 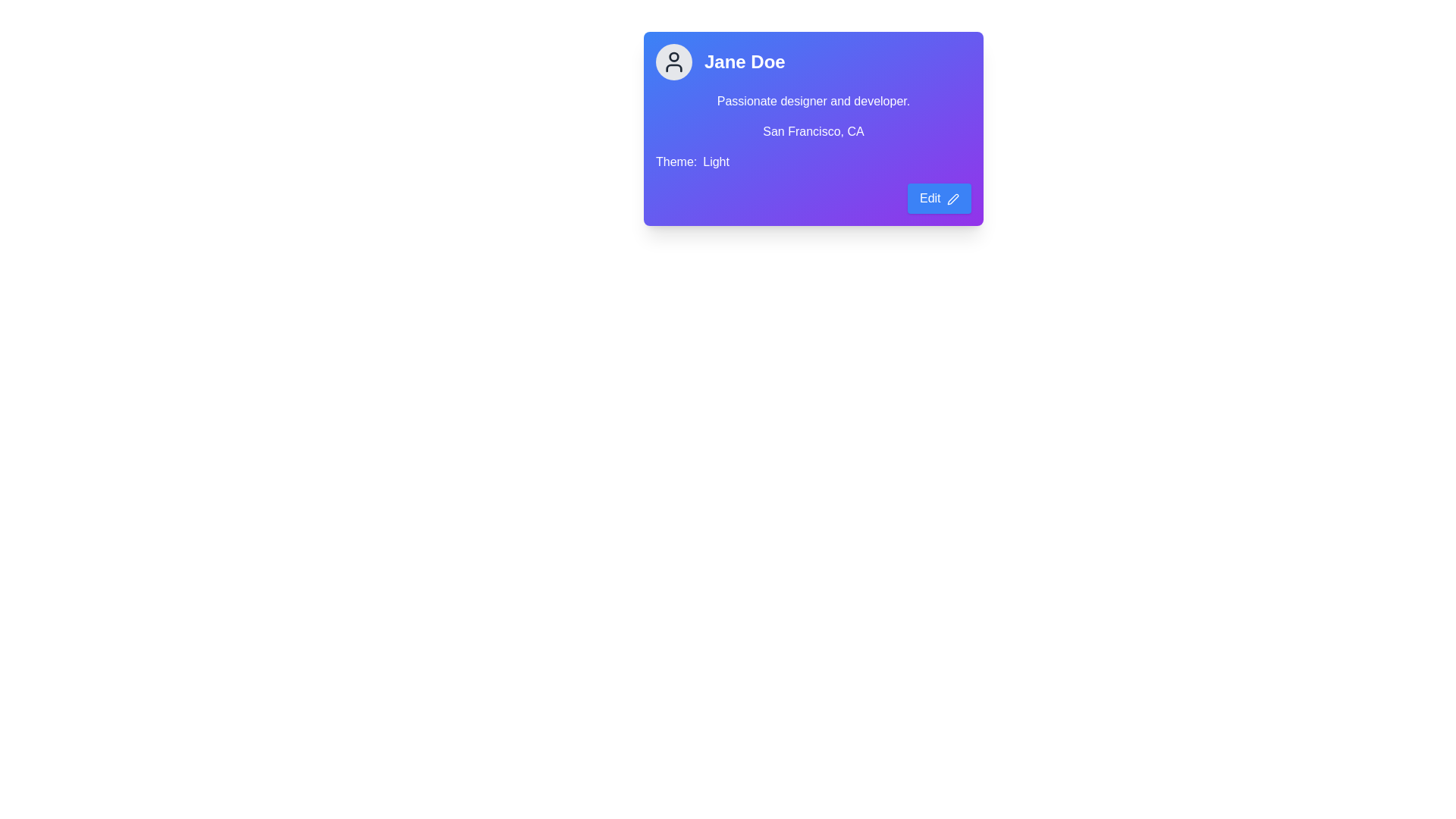 I want to click on the static text label displaying 'Theme:' in bold white font, which is part of a horizontal grouping with the text 'Light' on a vibrant gradient background, so click(x=676, y=162).